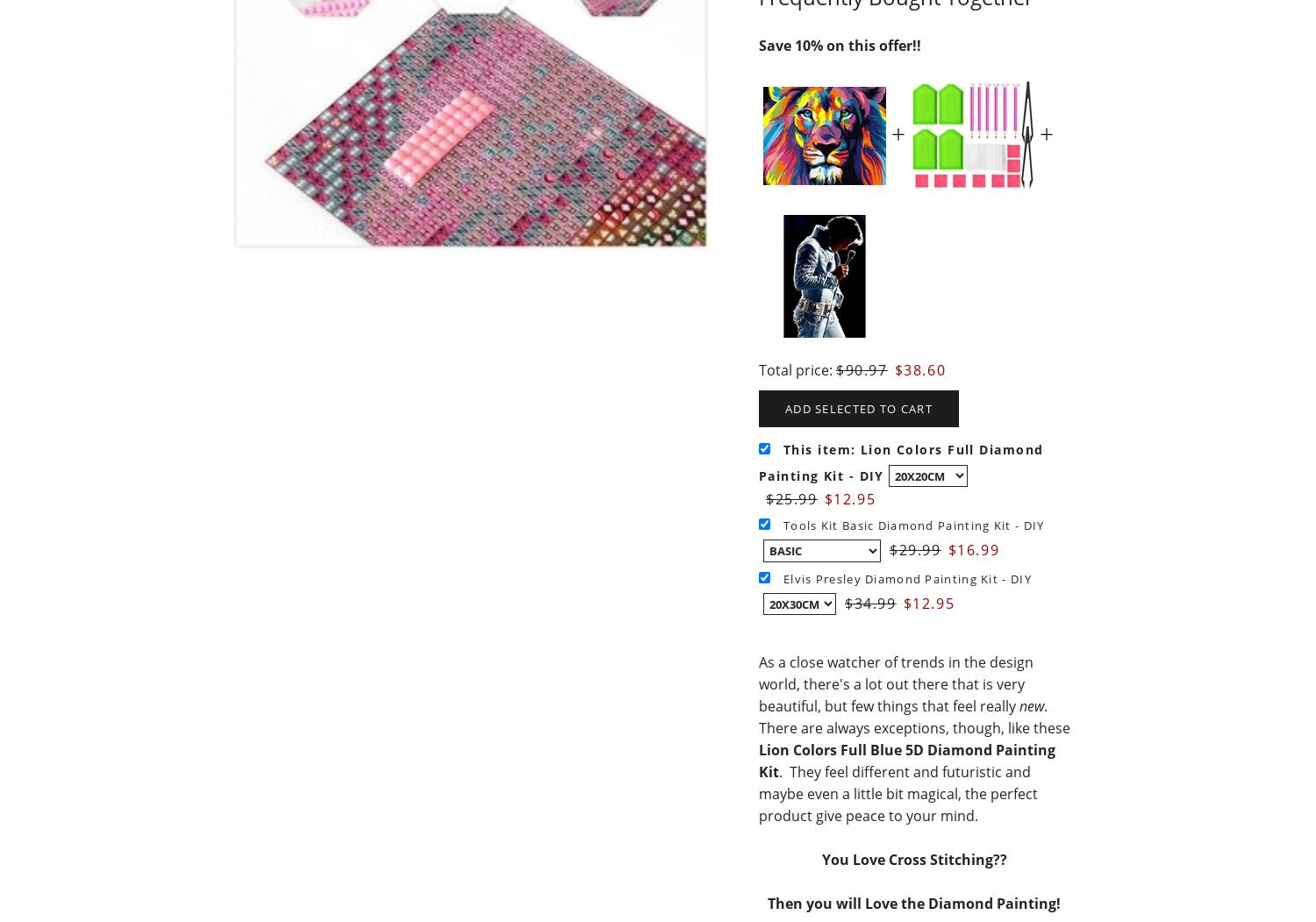 This screenshot has width=1316, height=922. Describe the element at coordinates (914, 902) in the screenshot. I see `'Then you will Love the Diamond Painting!'` at that location.